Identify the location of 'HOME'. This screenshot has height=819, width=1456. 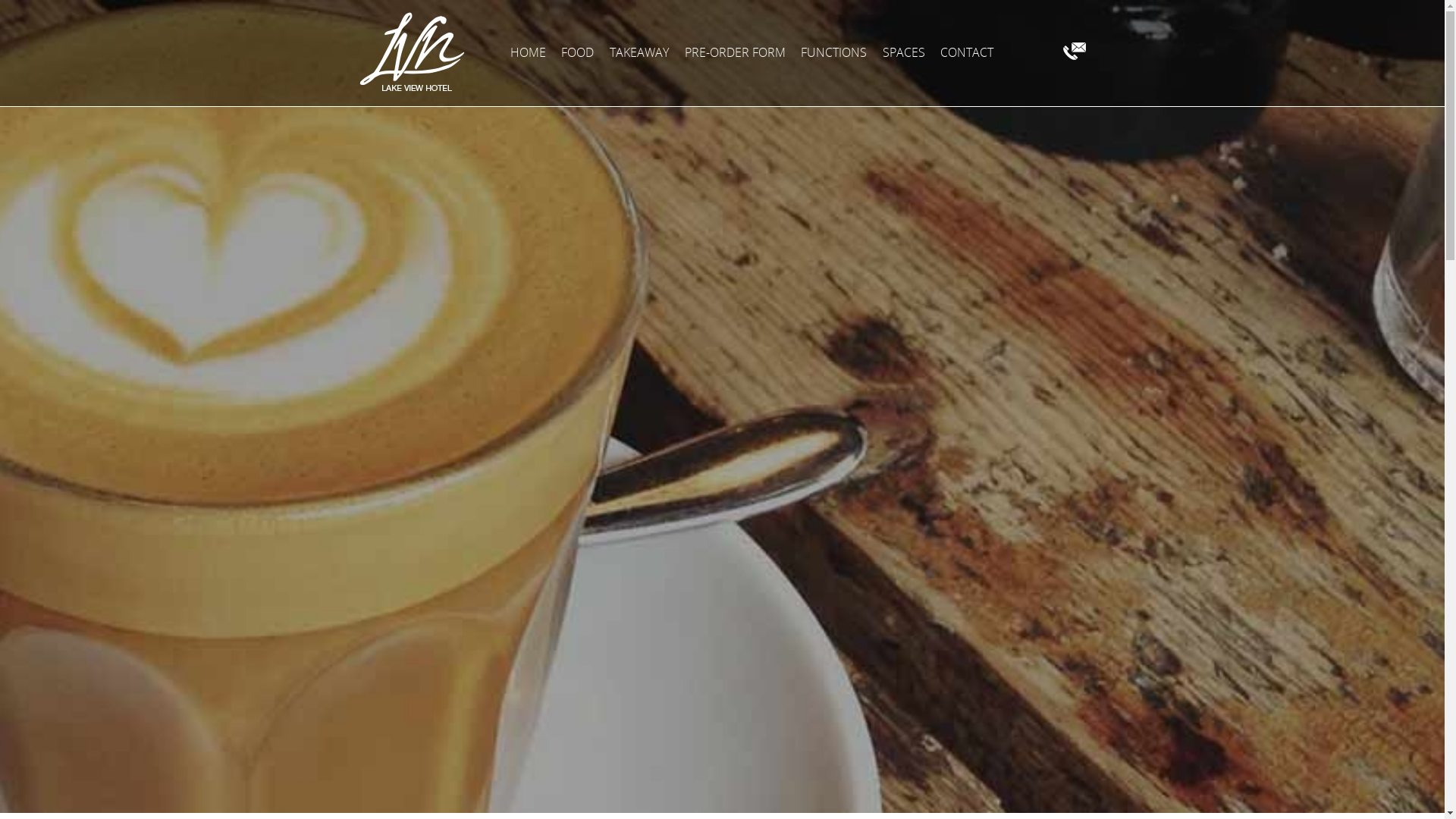
(528, 52).